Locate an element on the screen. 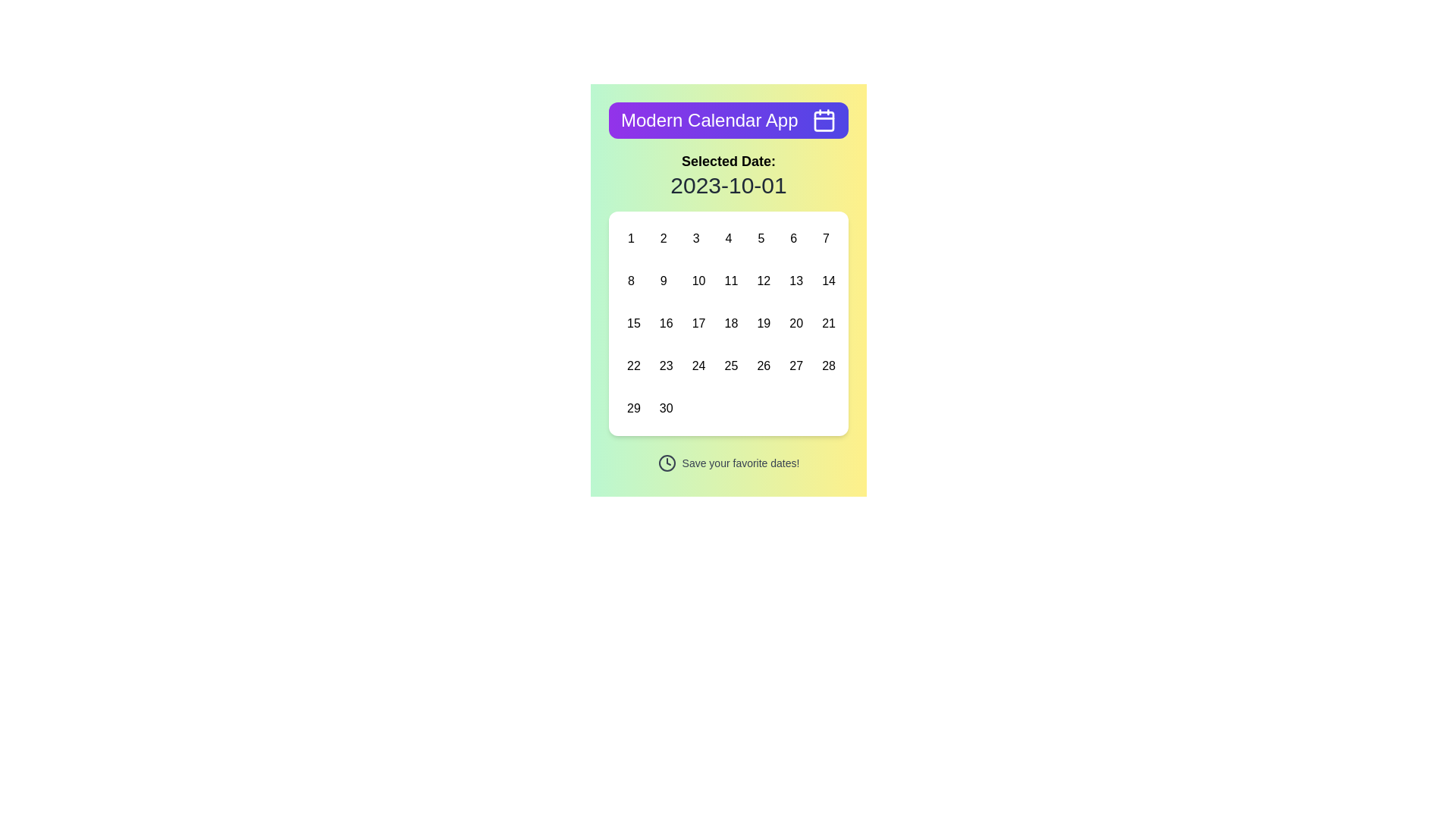 This screenshot has width=1456, height=819. the calendar date button displaying the number '13' is located at coordinates (792, 281).